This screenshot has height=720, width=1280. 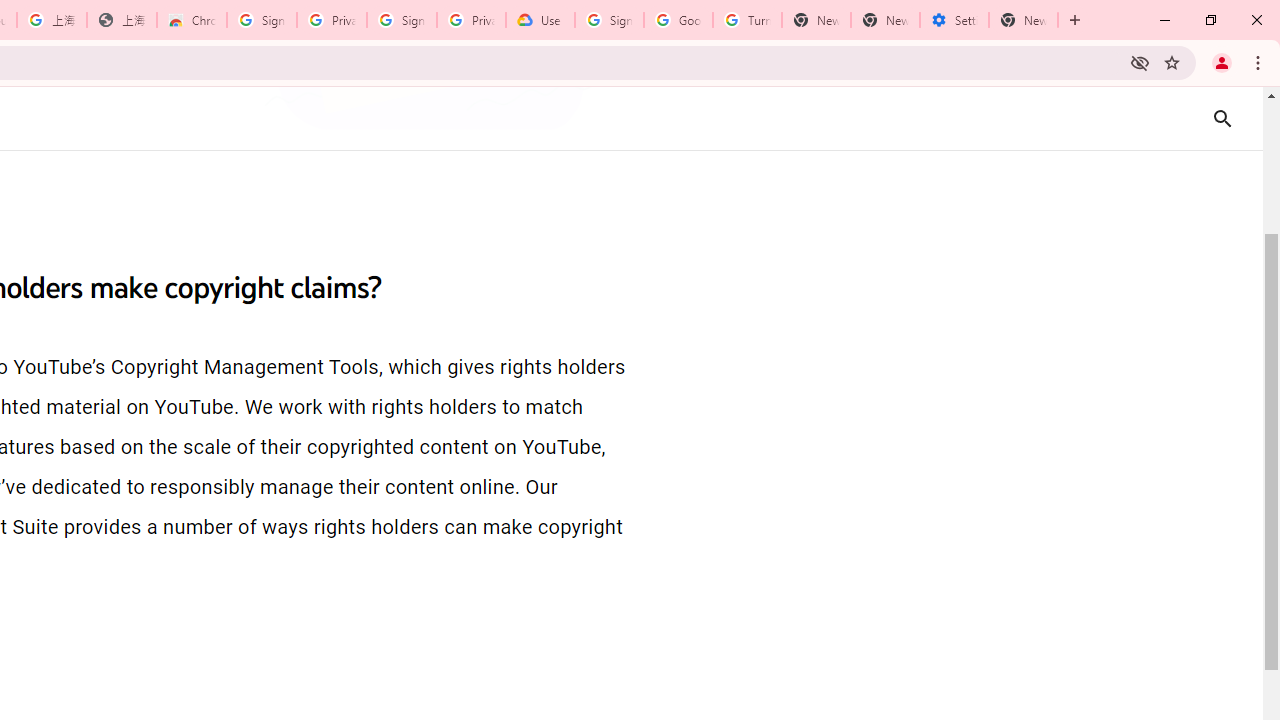 What do you see at coordinates (192, 20) in the screenshot?
I see `'Chrome Web Store - Color themes by Chrome'` at bounding box center [192, 20].